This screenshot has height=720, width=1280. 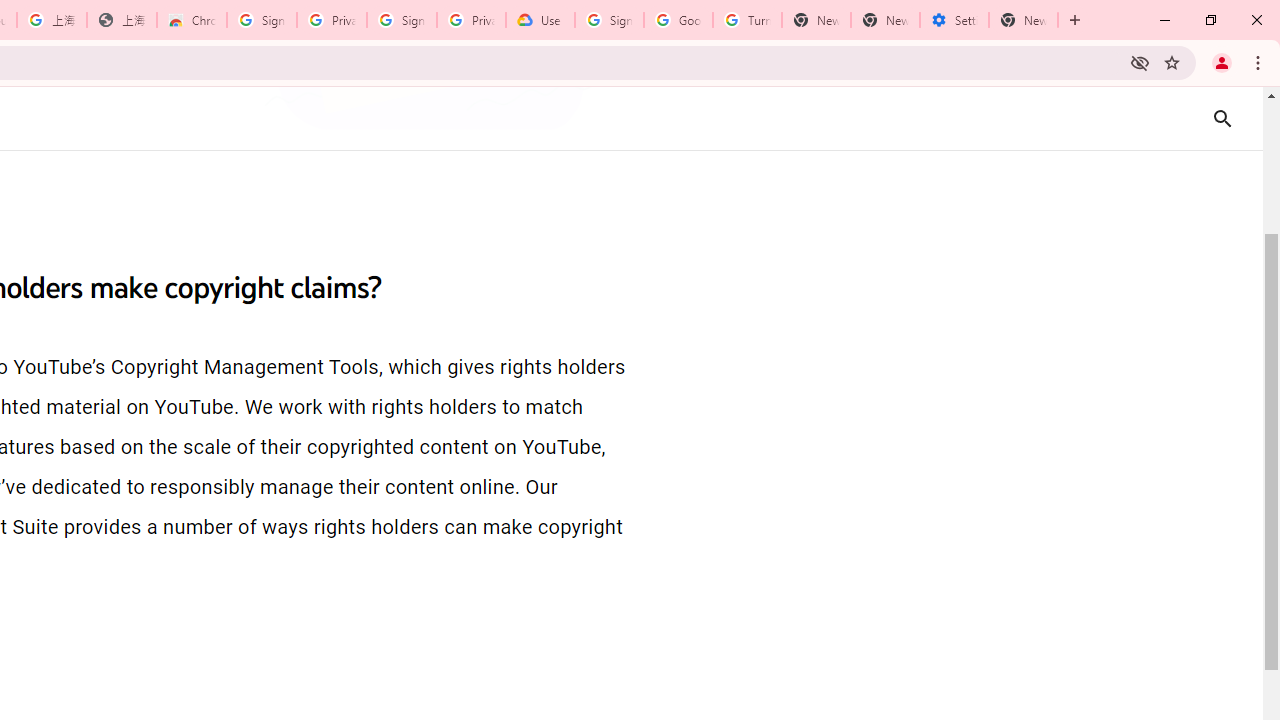 What do you see at coordinates (192, 20) in the screenshot?
I see `'Chrome Web Store - Color themes by Chrome'` at bounding box center [192, 20].